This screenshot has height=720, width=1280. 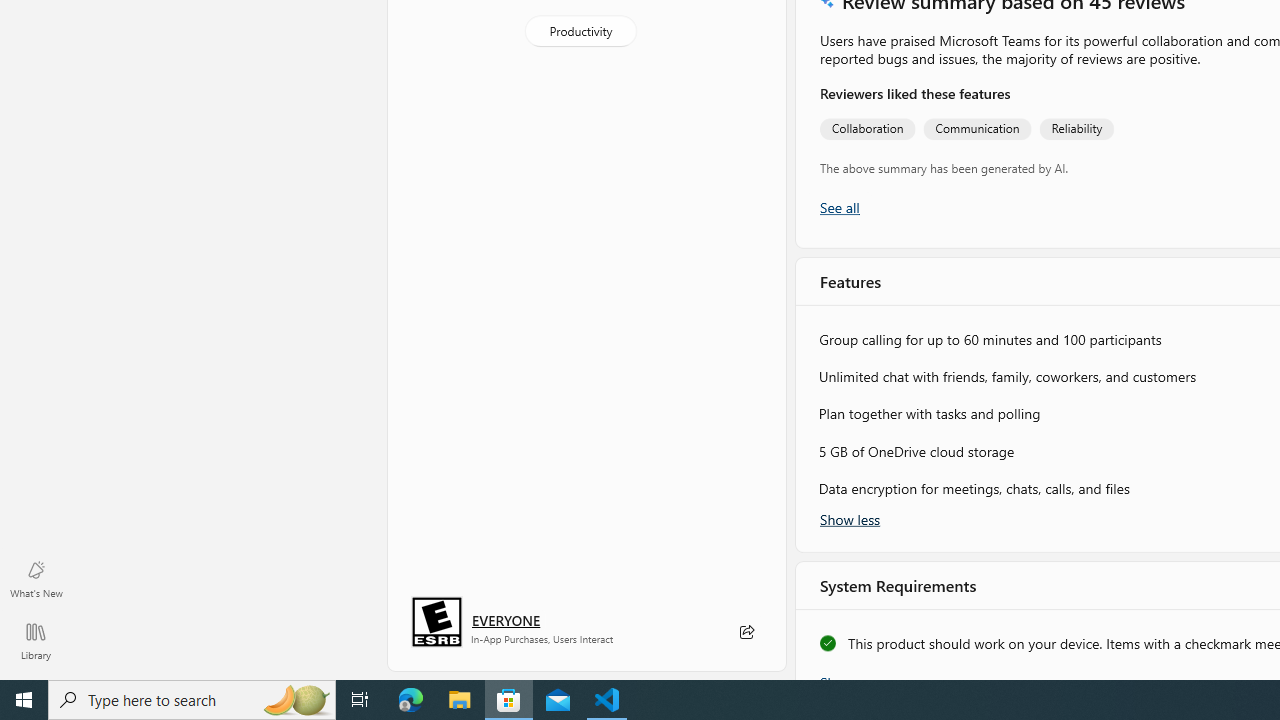 What do you see at coordinates (578, 30) in the screenshot?
I see `'Productivity'` at bounding box center [578, 30].